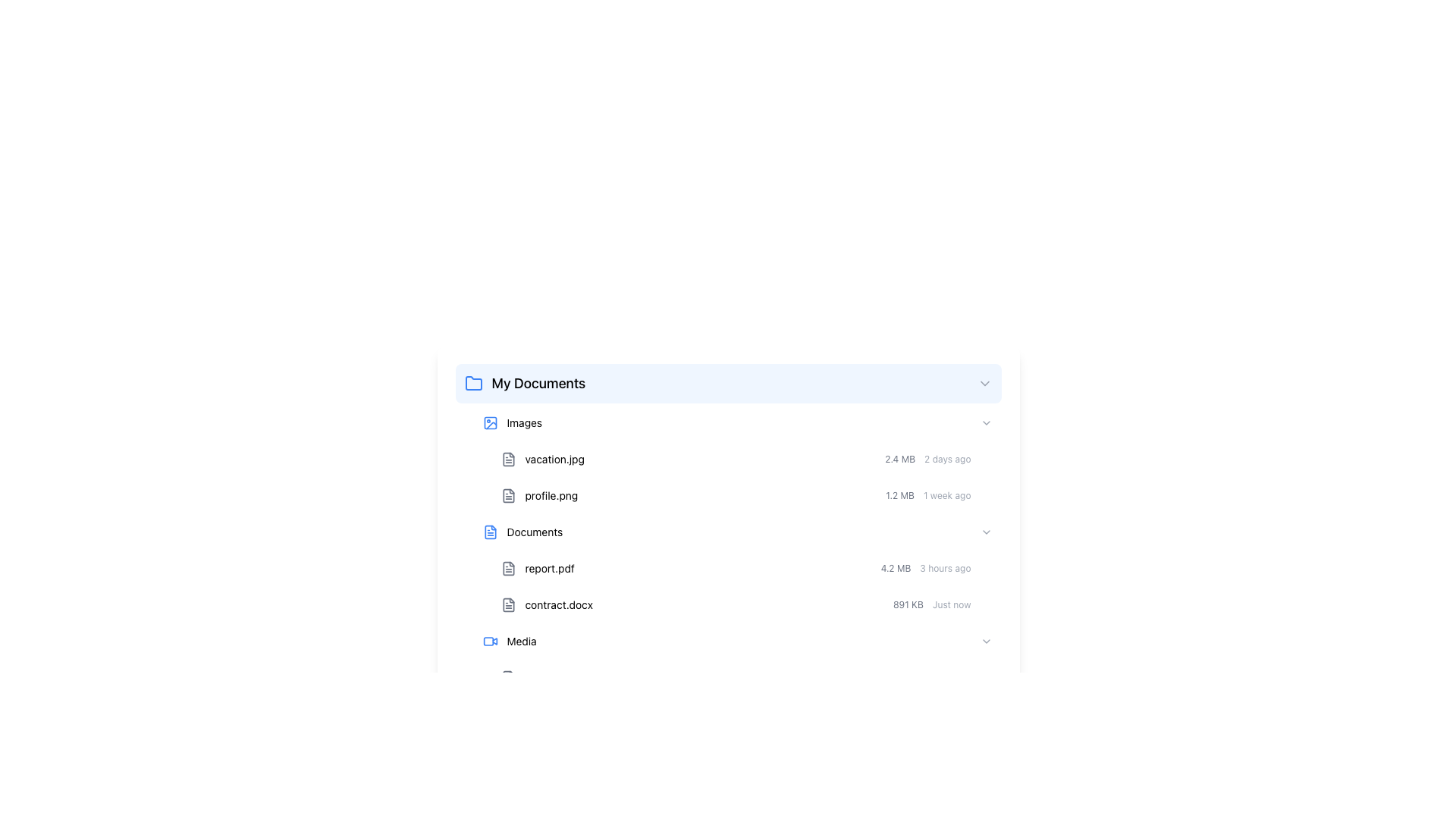 Image resolution: width=1456 pixels, height=819 pixels. What do you see at coordinates (946, 458) in the screenshot?
I see `the text label displaying '2 days ago', which is styled in light gray and located to the far-right of the file entry for 'vacation.jpg'` at bounding box center [946, 458].